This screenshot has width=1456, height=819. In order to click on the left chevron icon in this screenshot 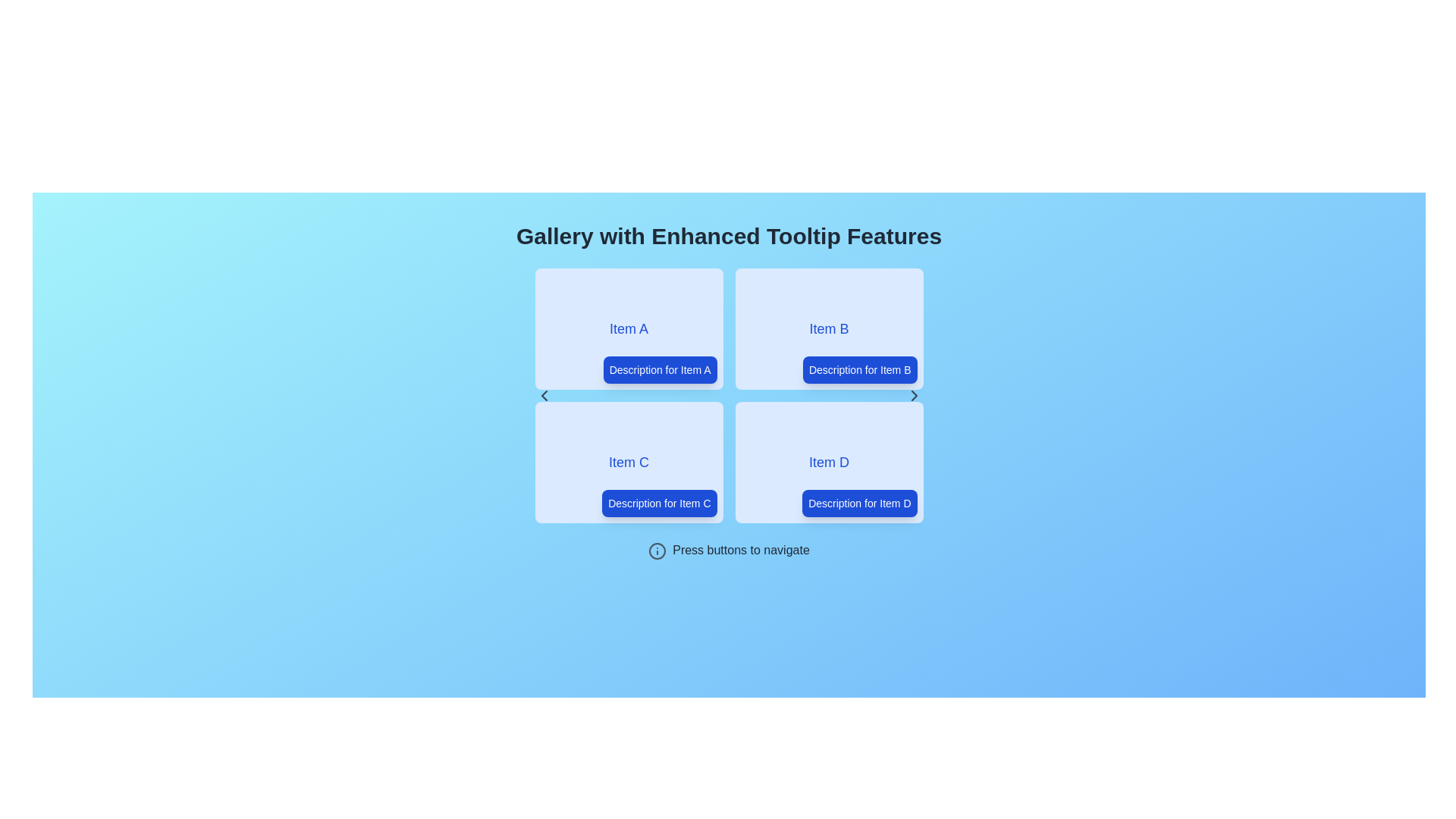, I will do `click(544, 394)`.